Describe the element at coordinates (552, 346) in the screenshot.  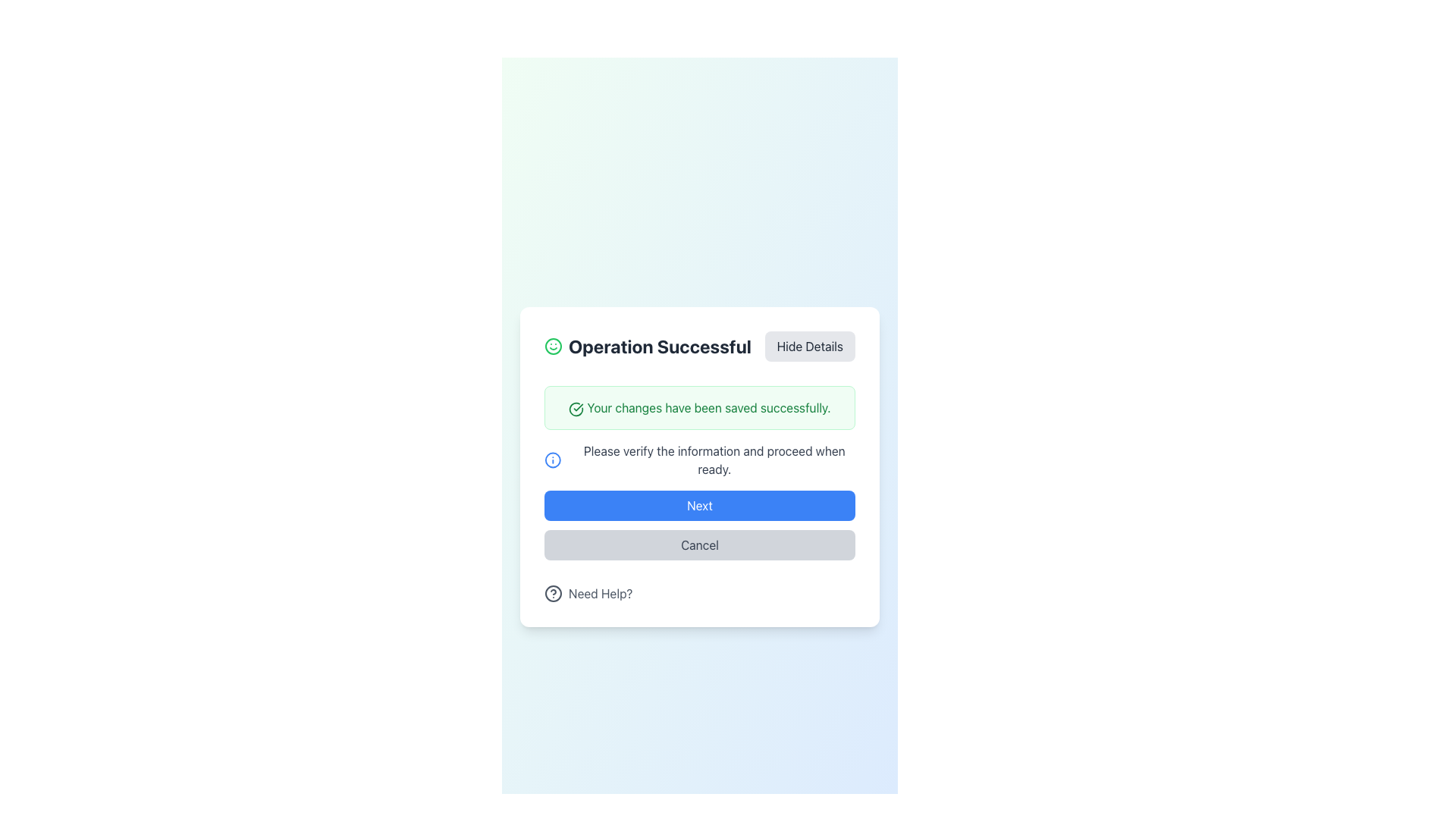
I see `the green circular smiley icon located to the left of the 'Operation Successful' text in the upper section of the interface` at that location.